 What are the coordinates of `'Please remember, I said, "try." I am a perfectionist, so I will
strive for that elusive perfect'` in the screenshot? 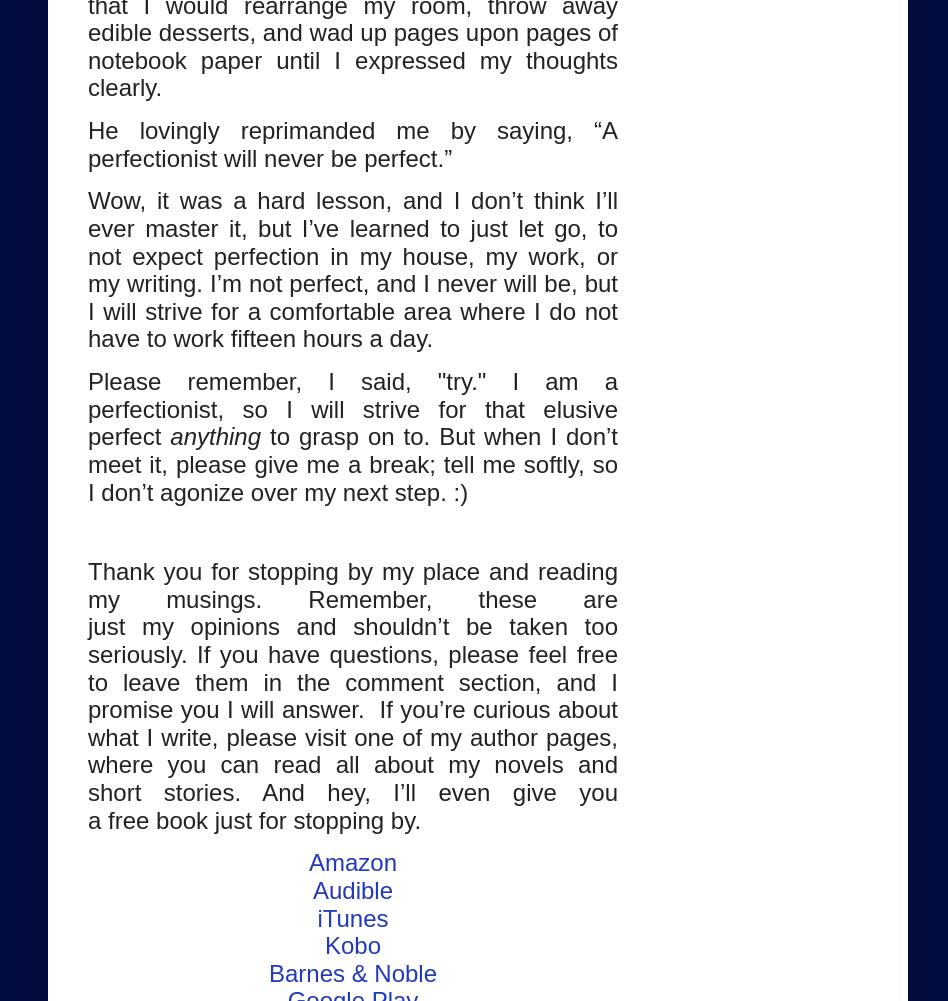 It's located at (353, 408).